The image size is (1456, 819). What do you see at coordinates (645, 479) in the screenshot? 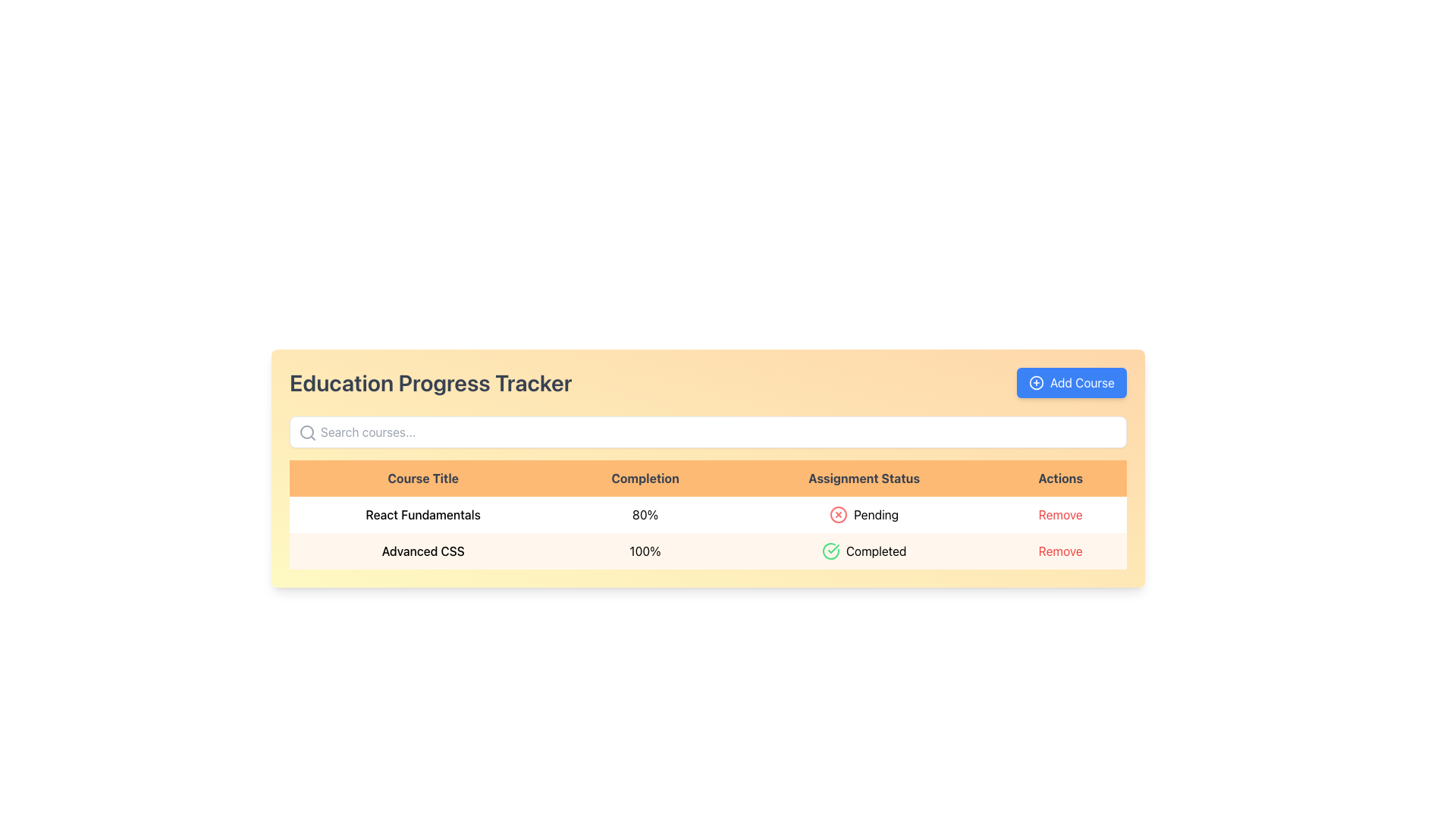
I see `the text label that reads 'Completion', which is the second column header in the table structure, styled with a bold font and a light orange background` at bounding box center [645, 479].